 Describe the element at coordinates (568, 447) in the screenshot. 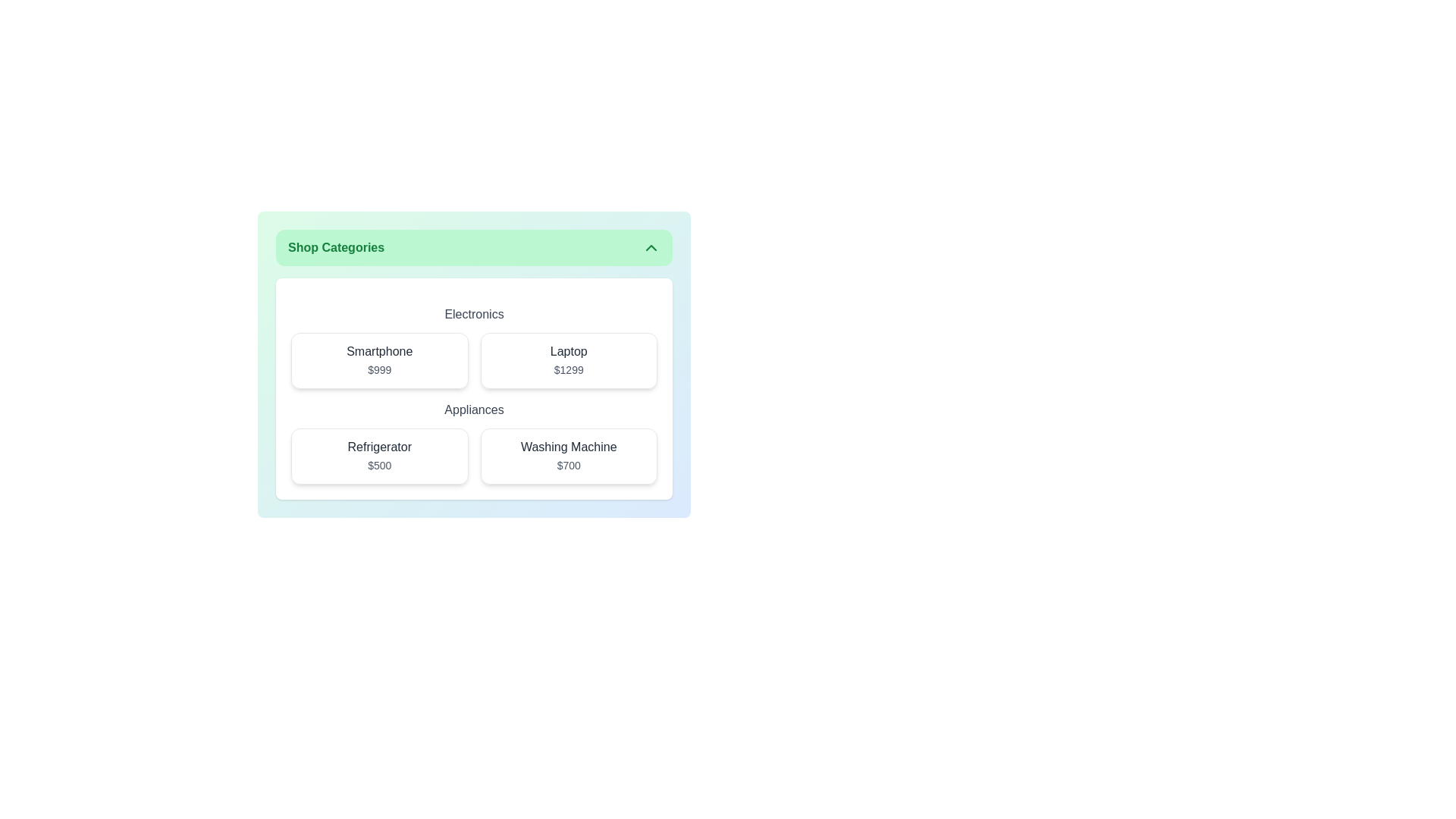

I see `the Text Label for 'Washing Machine' located in the second row of the 'Appliances' section in the grid layout` at that location.